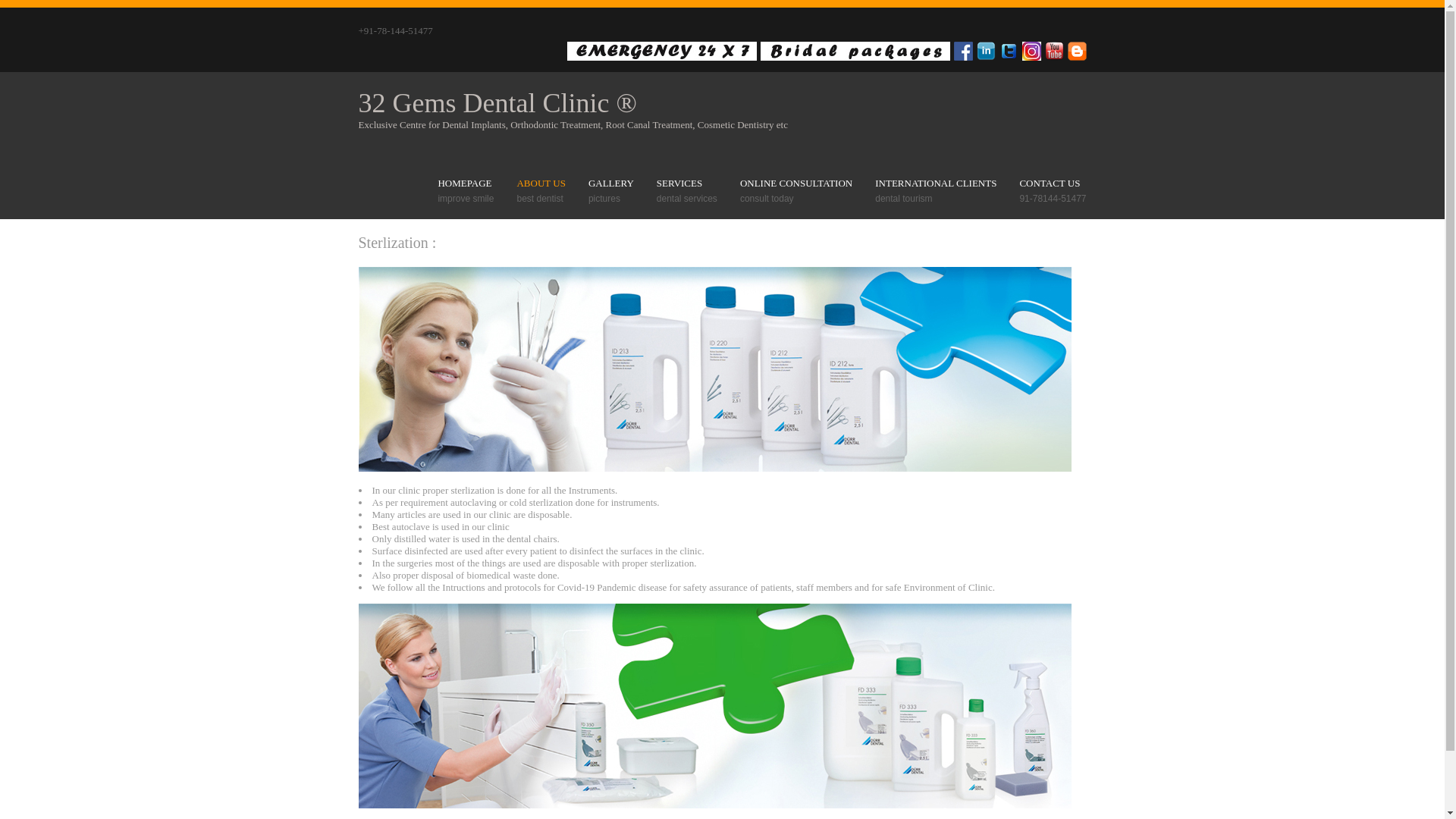  I want to click on 'ABOUT US', so click(516, 183).